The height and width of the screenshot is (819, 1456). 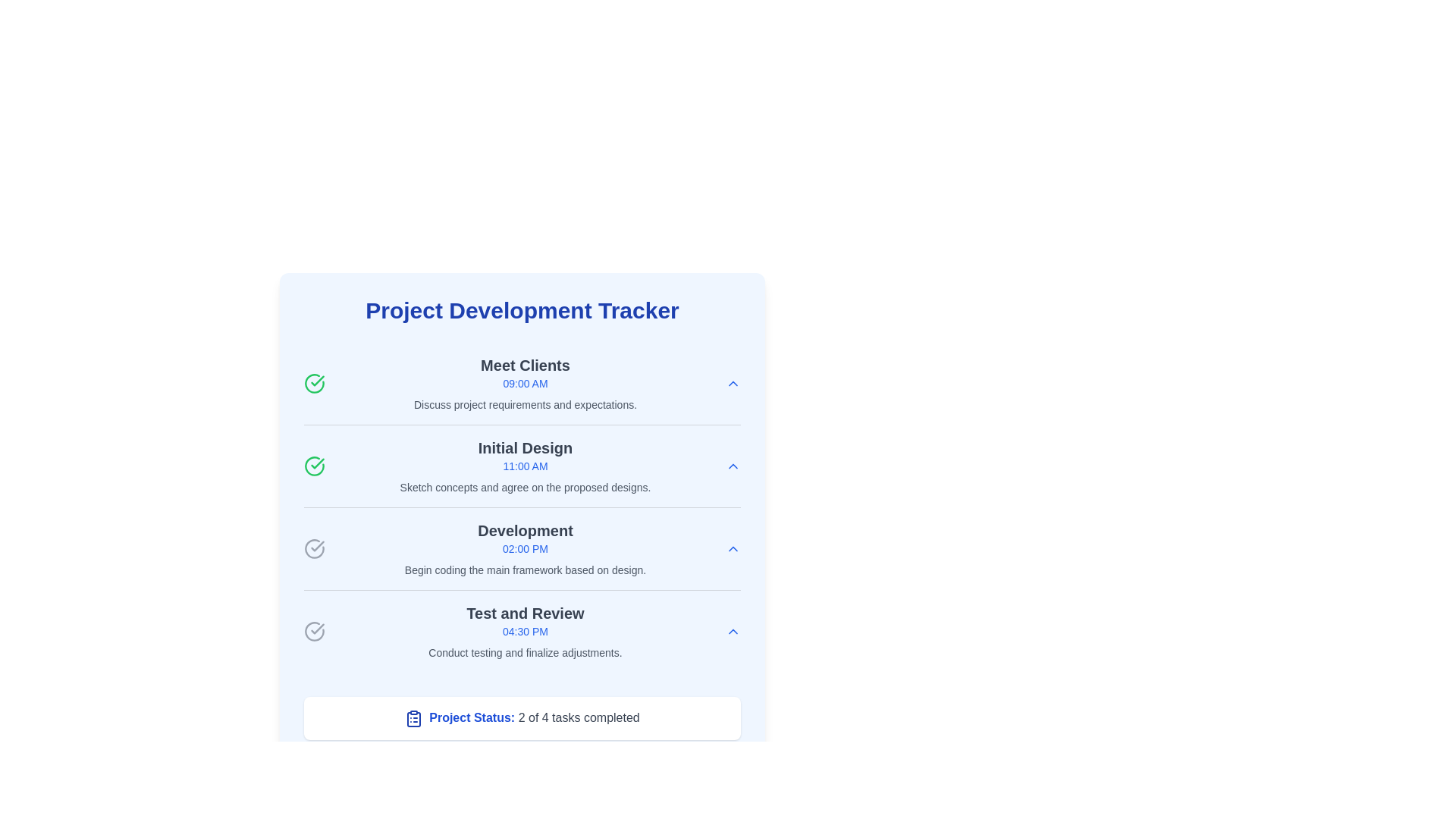 What do you see at coordinates (313, 382) in the screenshot?
I see `the completion indicator icon located in the leftmost position of the row with the heading 'Meet Clients' and subtext 'Discuss project requirements and expectations.'` at bounding box center [313, 382].